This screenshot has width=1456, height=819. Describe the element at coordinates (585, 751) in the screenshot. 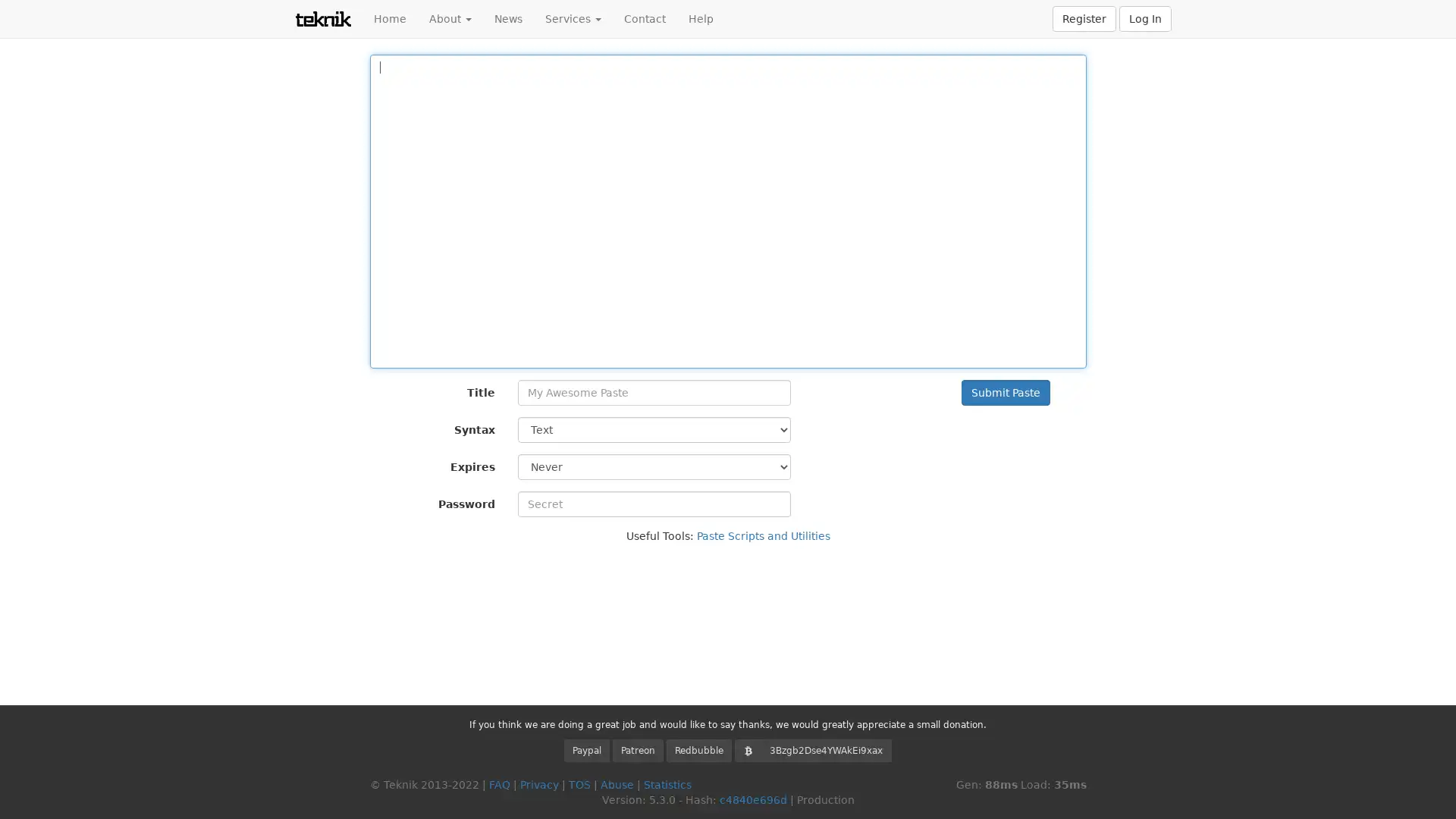

I see `Paypal` at that location.